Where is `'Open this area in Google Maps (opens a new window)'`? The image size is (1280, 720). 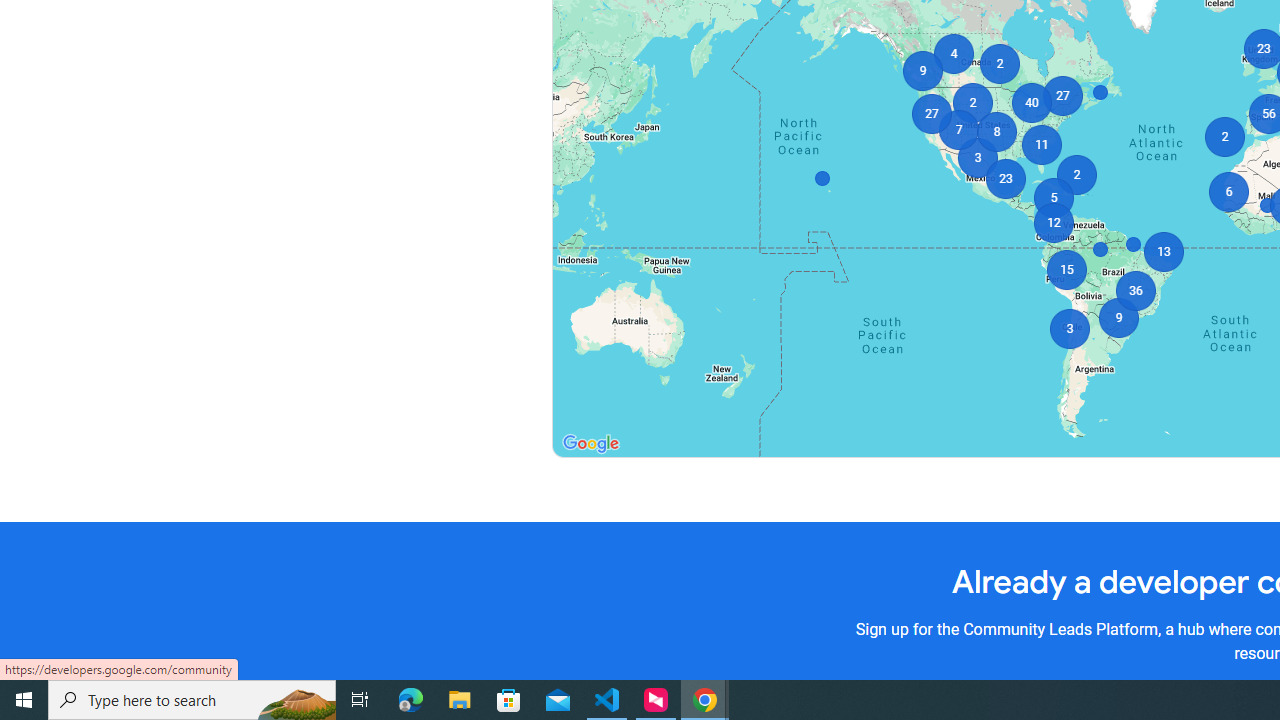 'Open this area in Google Maps (opens a new window)' is located at coordinates (589, 443).